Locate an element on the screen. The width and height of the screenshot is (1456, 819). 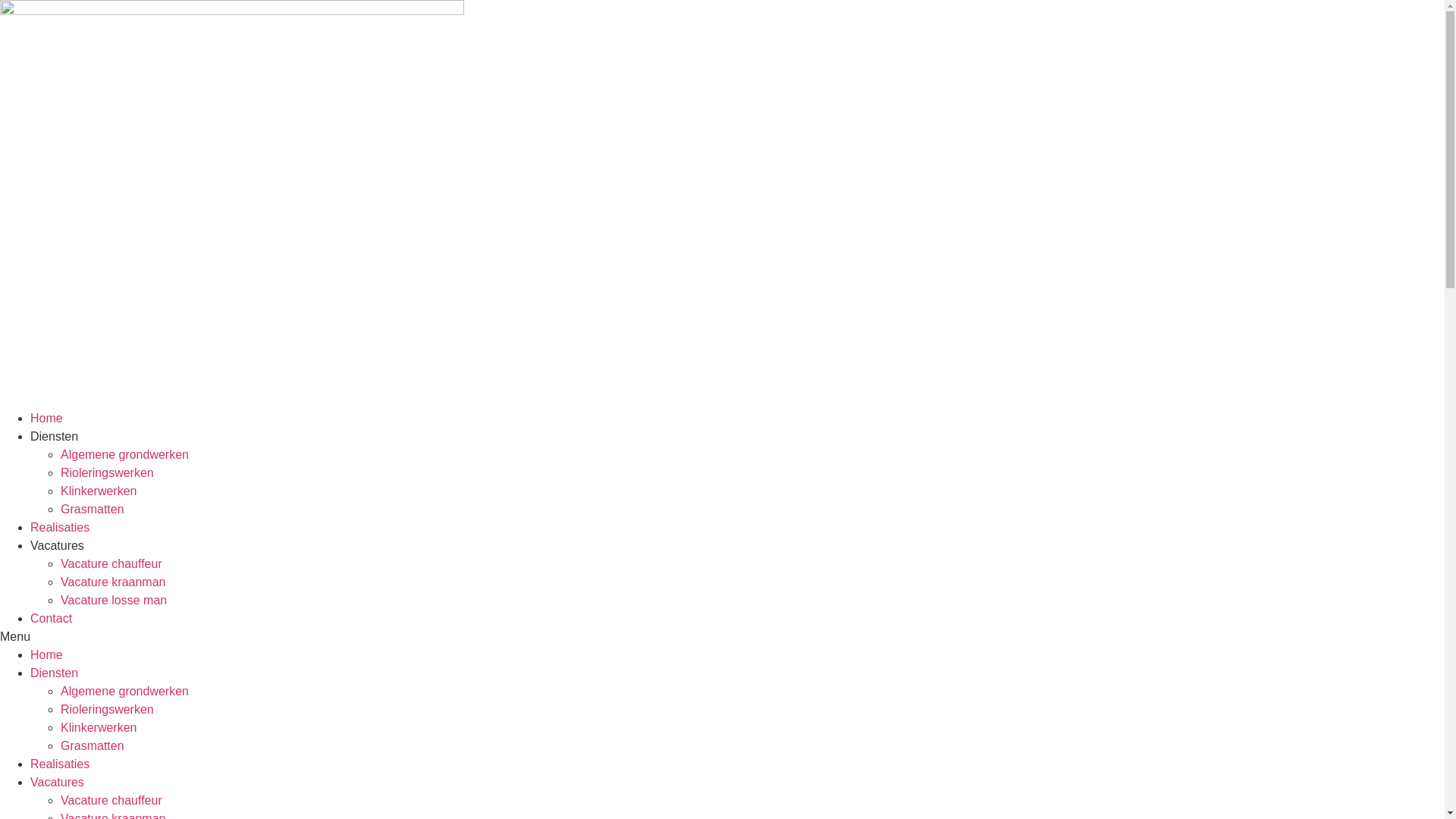
'Grasmatten' is located at coordinates (91, 509).